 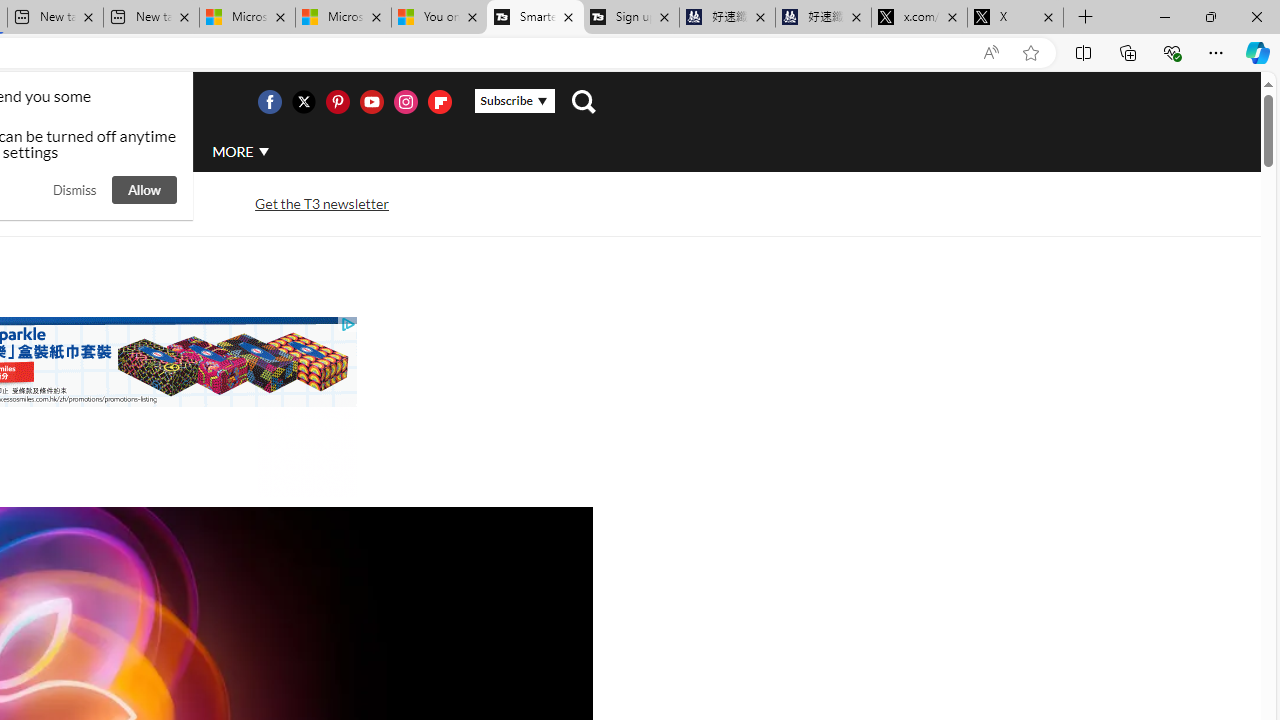 I want to click on 'Visit us on Pintrest', so click(x=337, y=101).